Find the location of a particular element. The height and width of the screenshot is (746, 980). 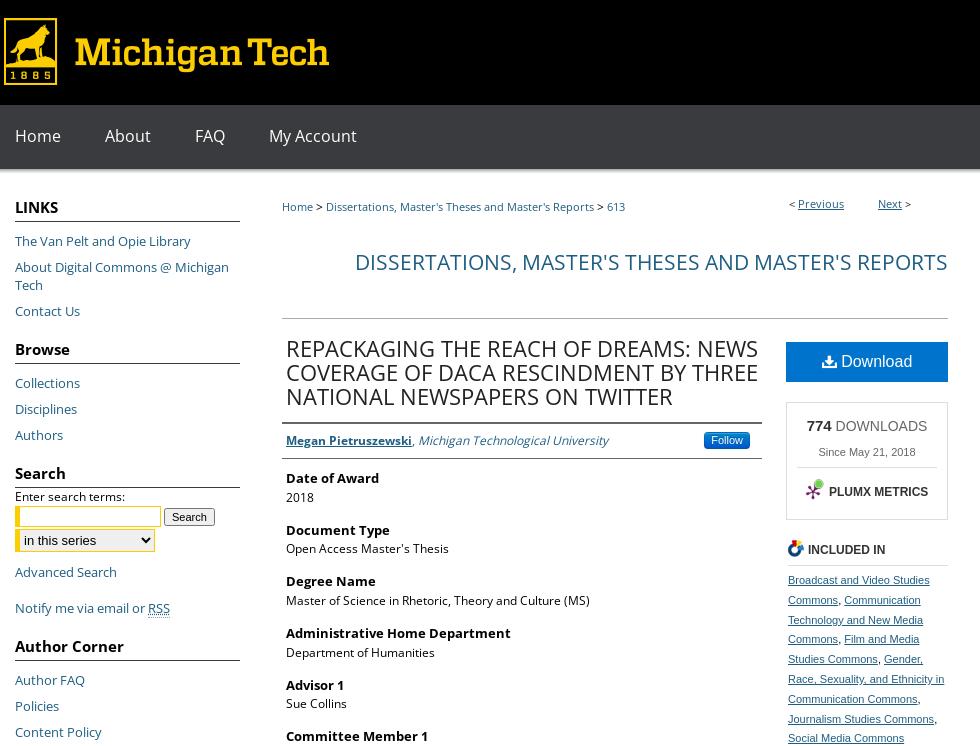

'Author FAQ' is located at coordinates (49, 679).